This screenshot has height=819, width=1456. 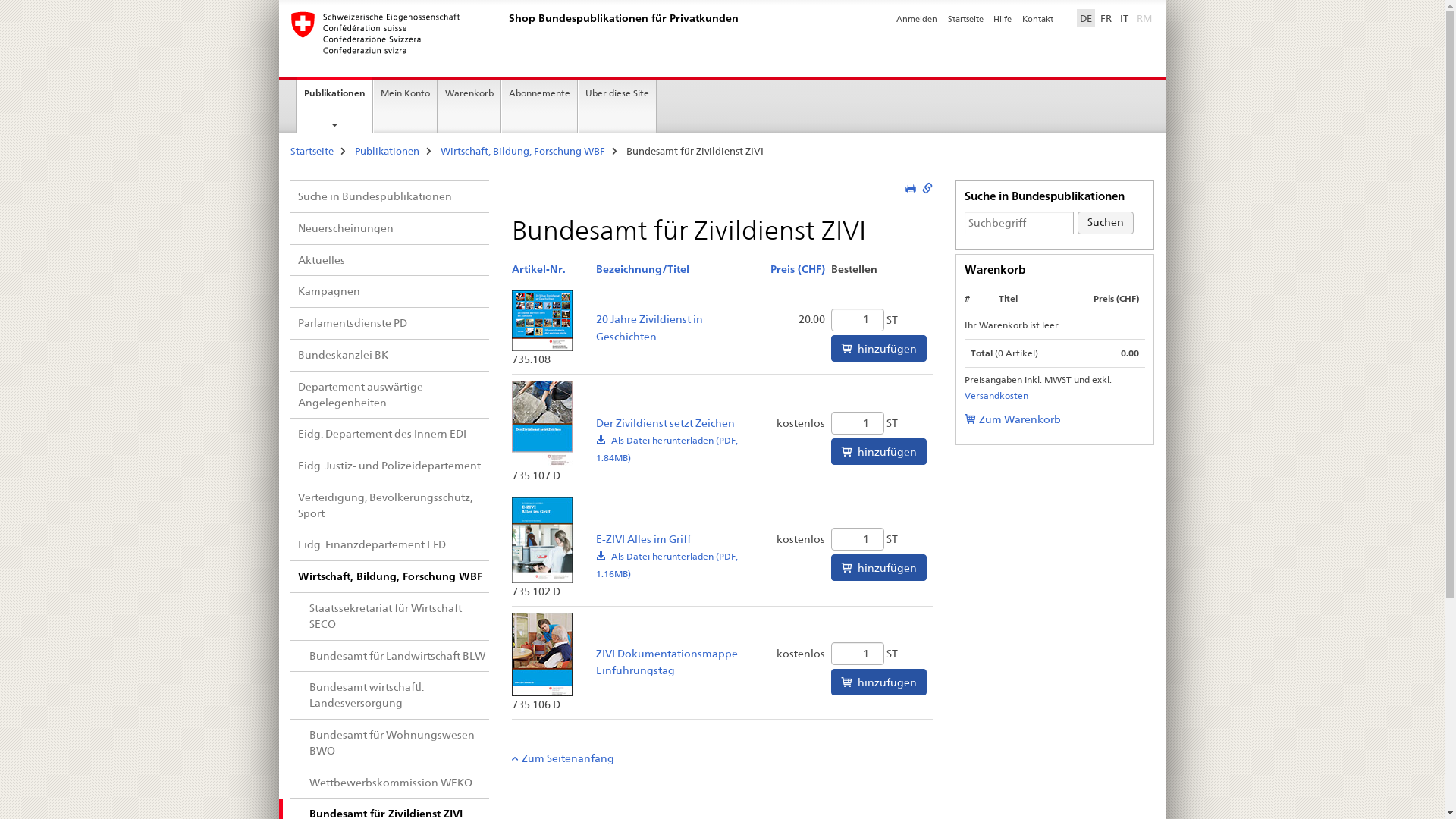 I want to click on 'Produktbild: E-ZIVI Alles im Griff', so click(x=542, y=539).